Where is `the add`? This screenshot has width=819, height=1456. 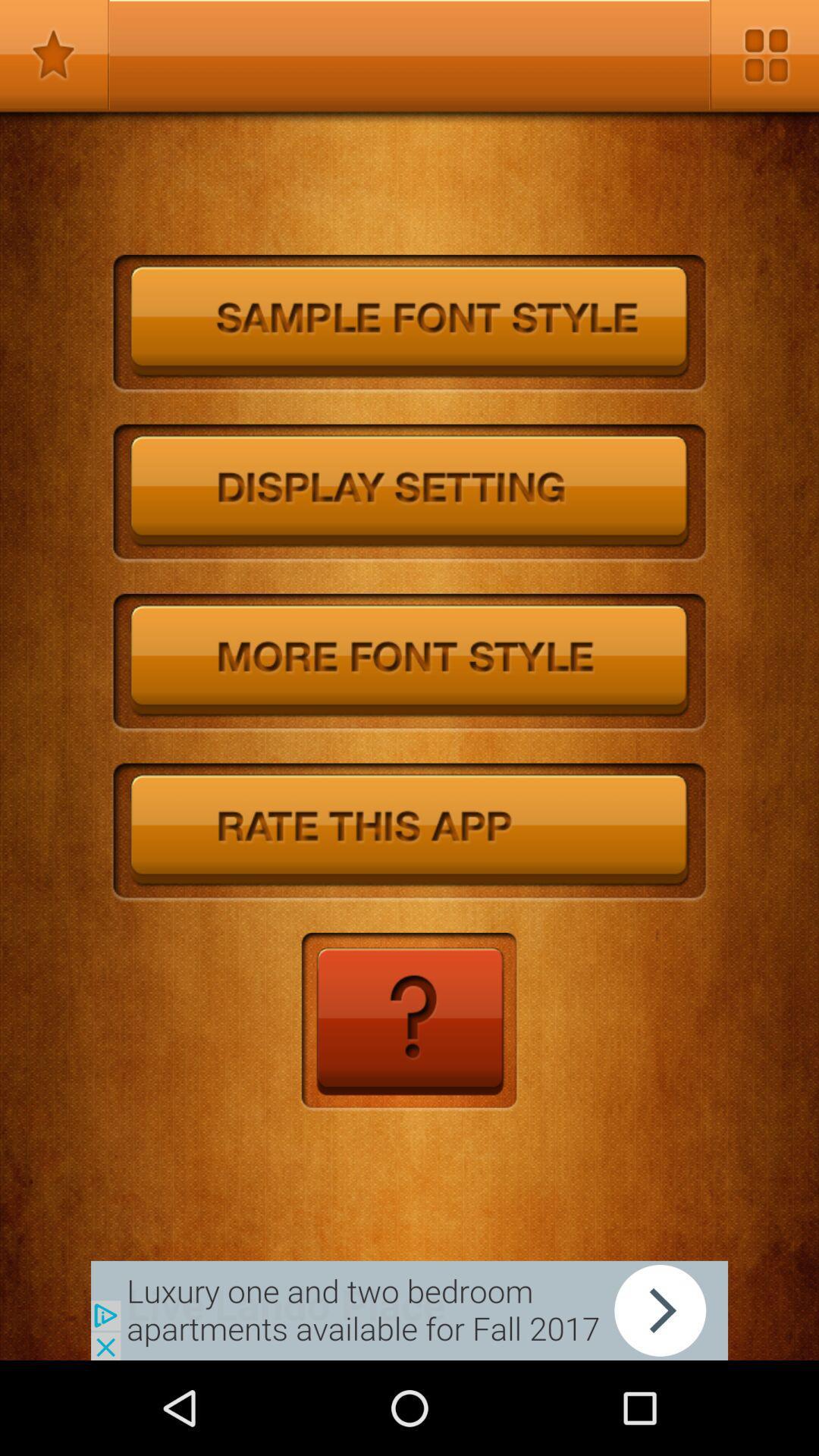
the add is located at coordinates (409, 1310).